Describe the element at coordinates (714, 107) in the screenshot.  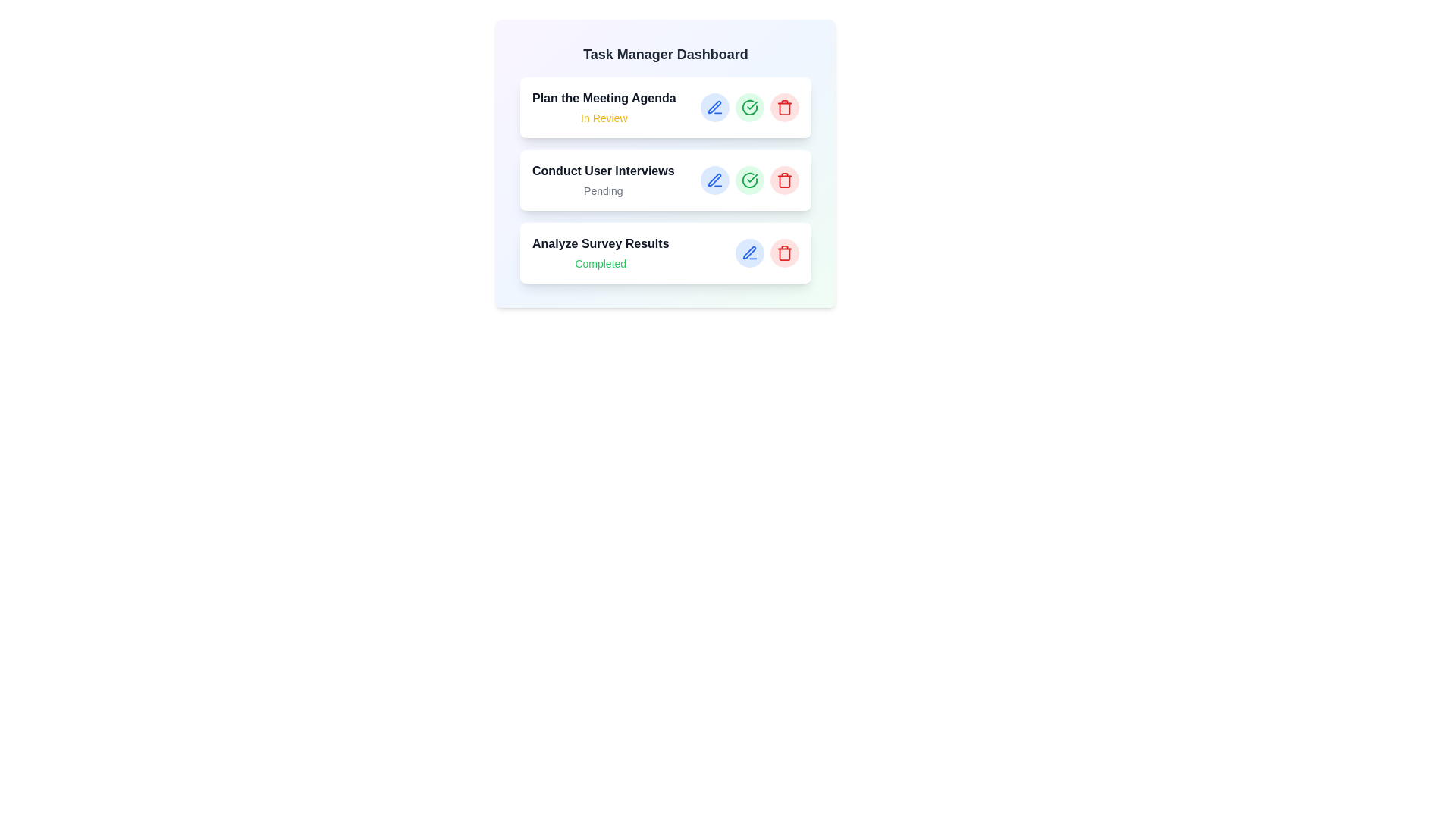
I see `edit button for the task titled 'Plan the Meeting Agenda'` at that location.